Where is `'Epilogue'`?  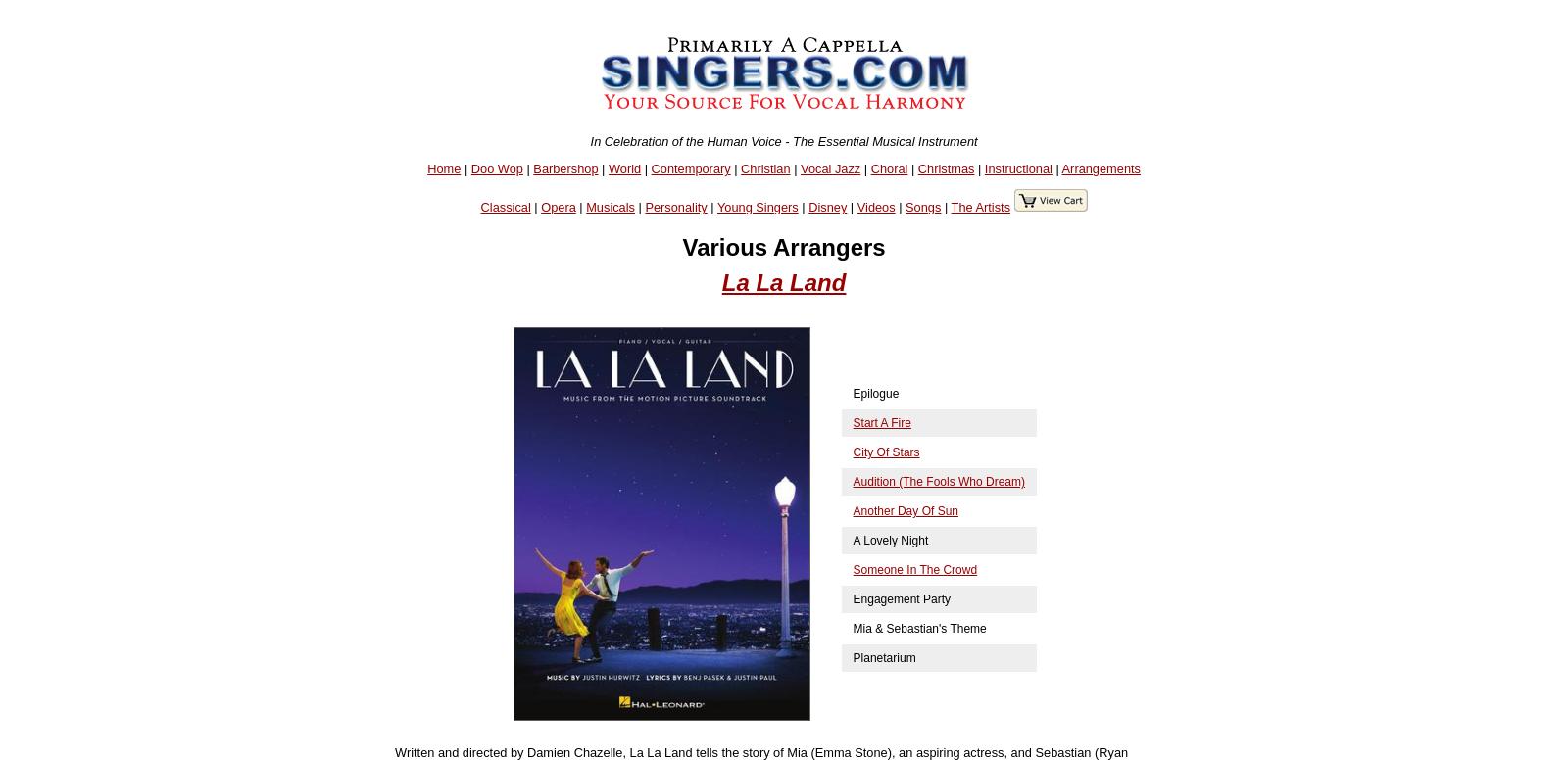
'Epilogue' is located at coordinates (874, 393).